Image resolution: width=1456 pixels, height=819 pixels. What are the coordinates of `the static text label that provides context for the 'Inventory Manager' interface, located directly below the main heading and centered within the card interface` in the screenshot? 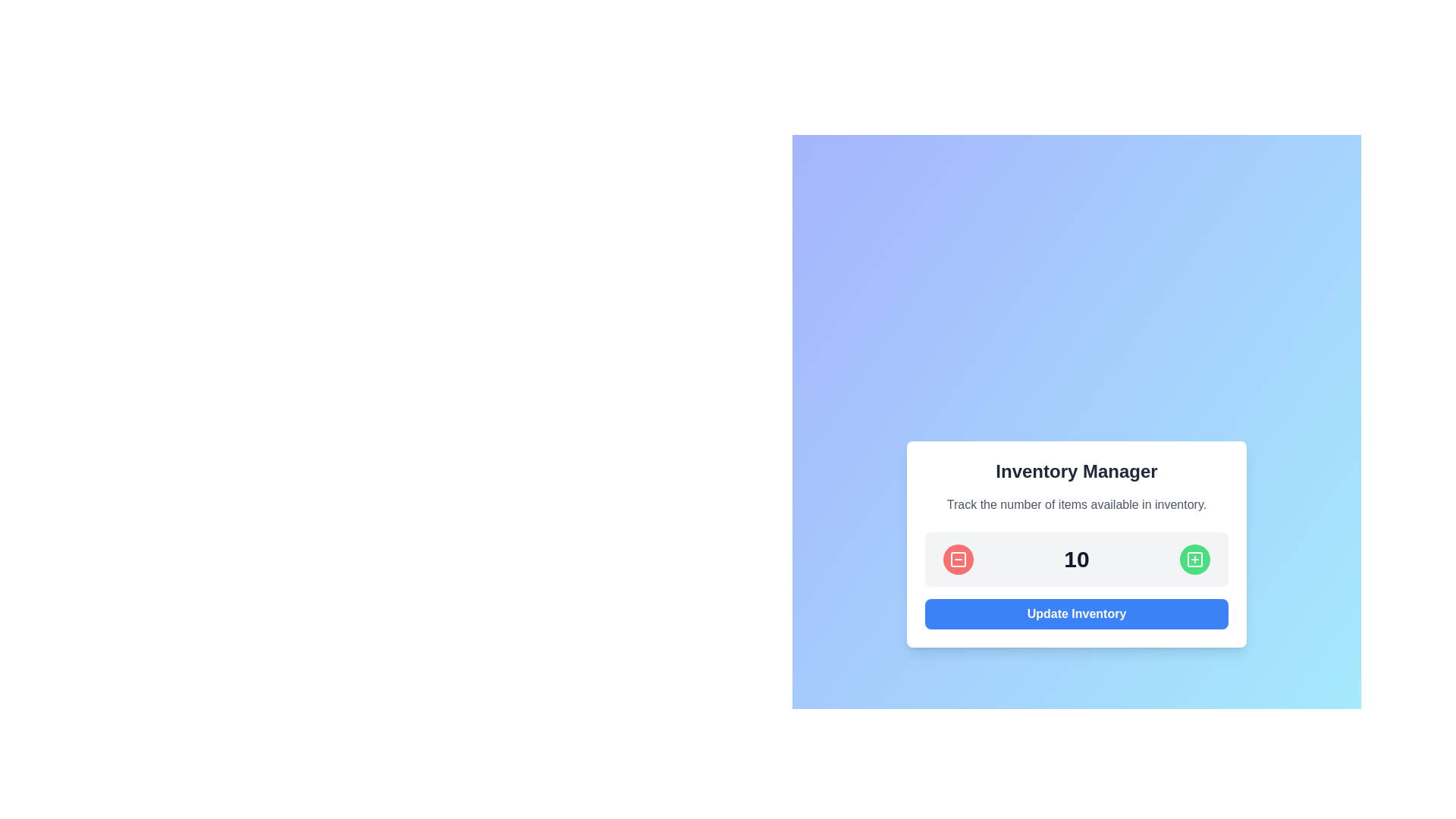 It's located at (1076, 505).